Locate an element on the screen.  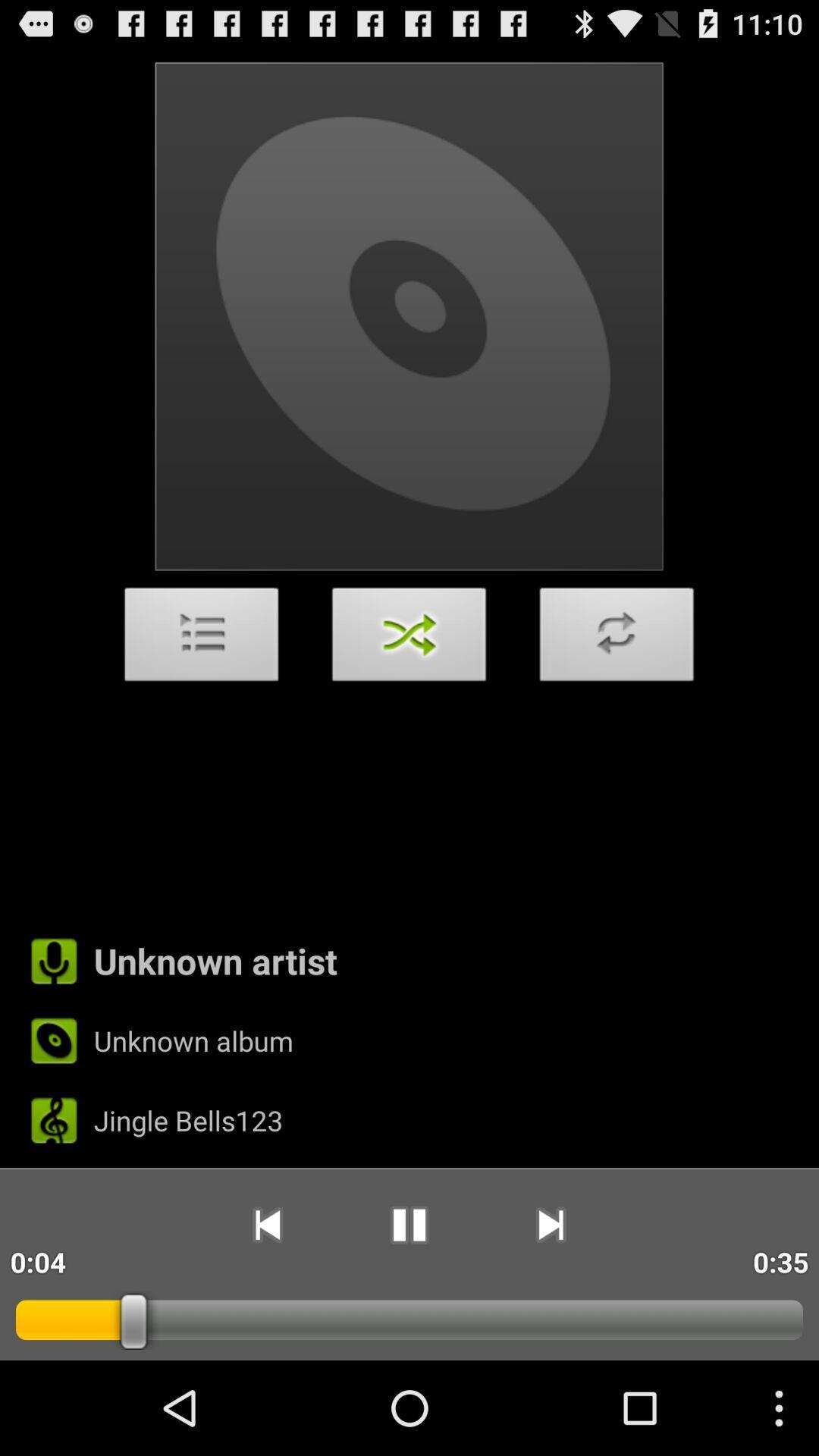
item above the unknown artist app is located at coordinates (201, 639).